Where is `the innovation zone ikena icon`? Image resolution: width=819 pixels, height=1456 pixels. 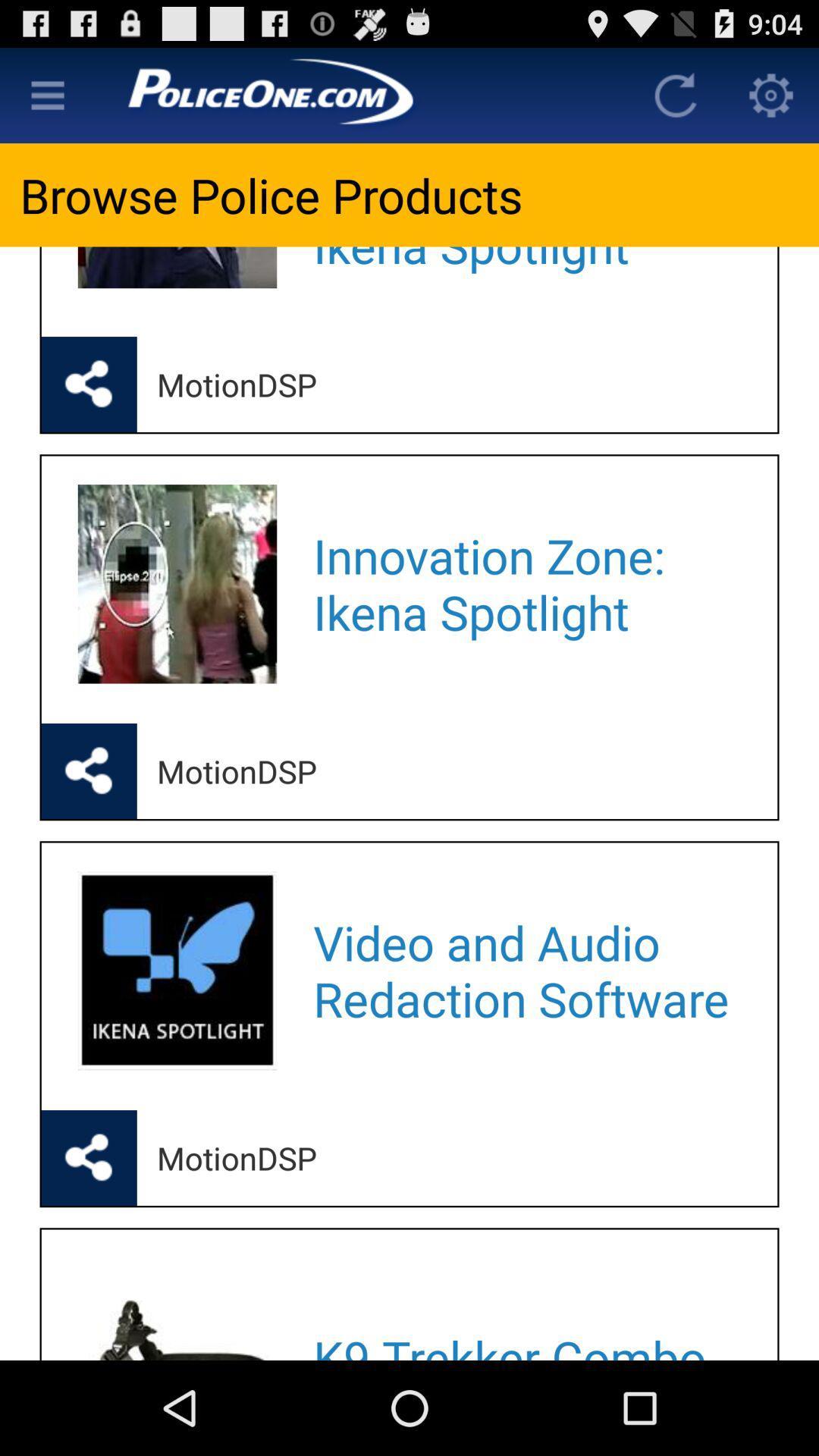
the innovation zone ikena icon is located at coordinates (525, 583).